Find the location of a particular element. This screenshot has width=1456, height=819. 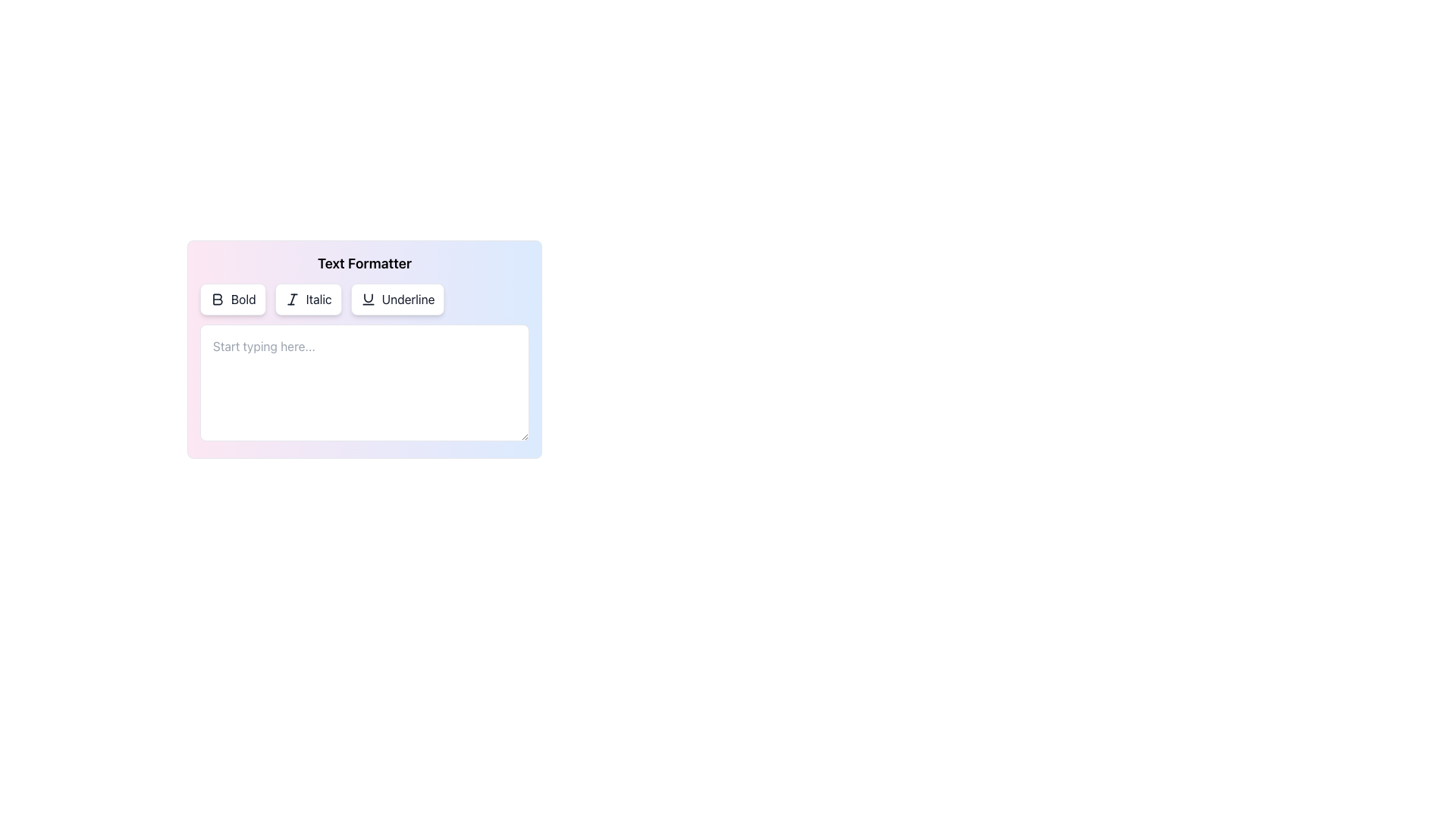

the 'Italic' button icon in the text formatting toolbar, which is located between the 'Bold' and 'Underline' buttons is located at coordinates (292, 299).